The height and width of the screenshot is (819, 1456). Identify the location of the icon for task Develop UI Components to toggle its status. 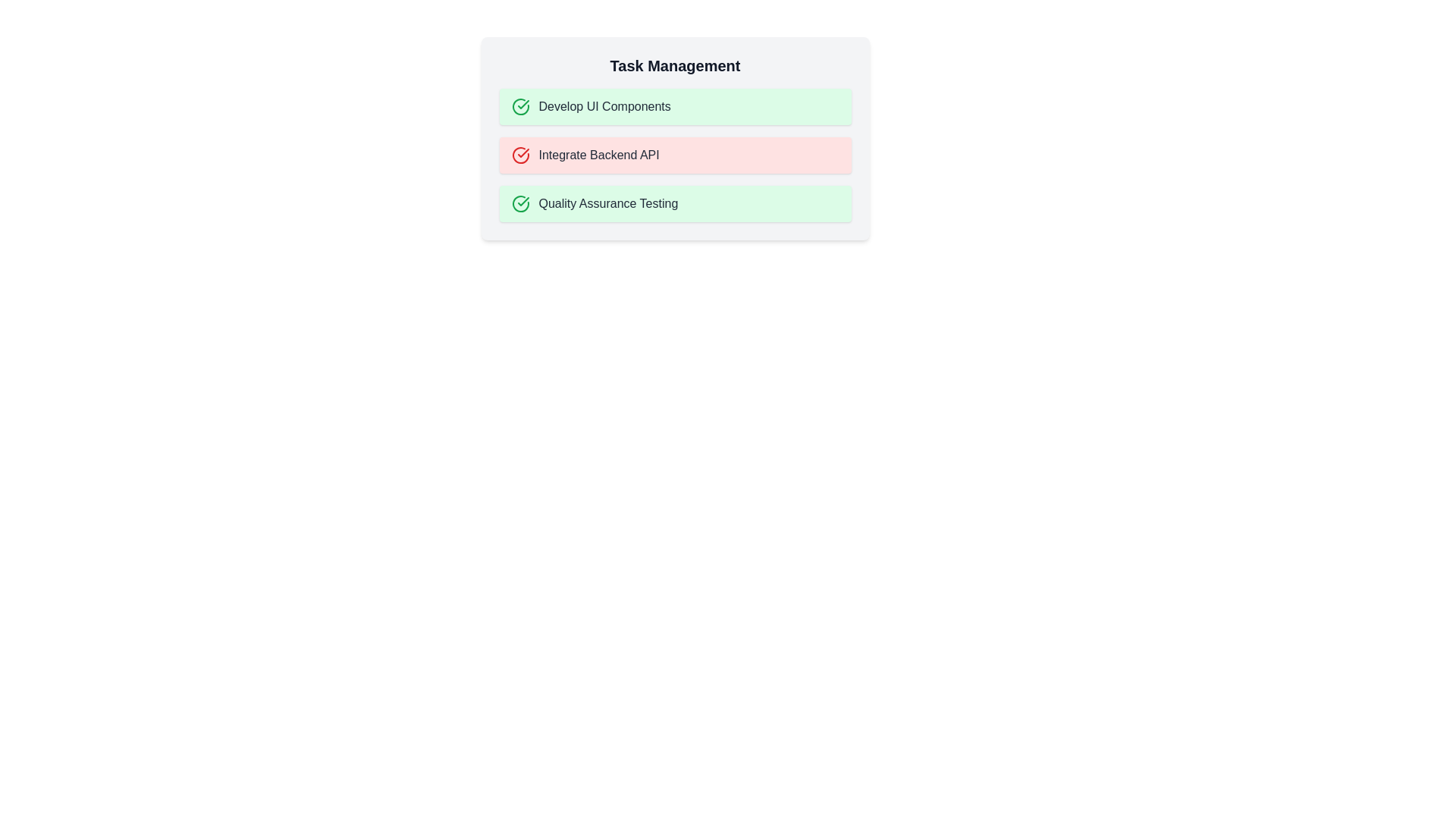
(520, 106).